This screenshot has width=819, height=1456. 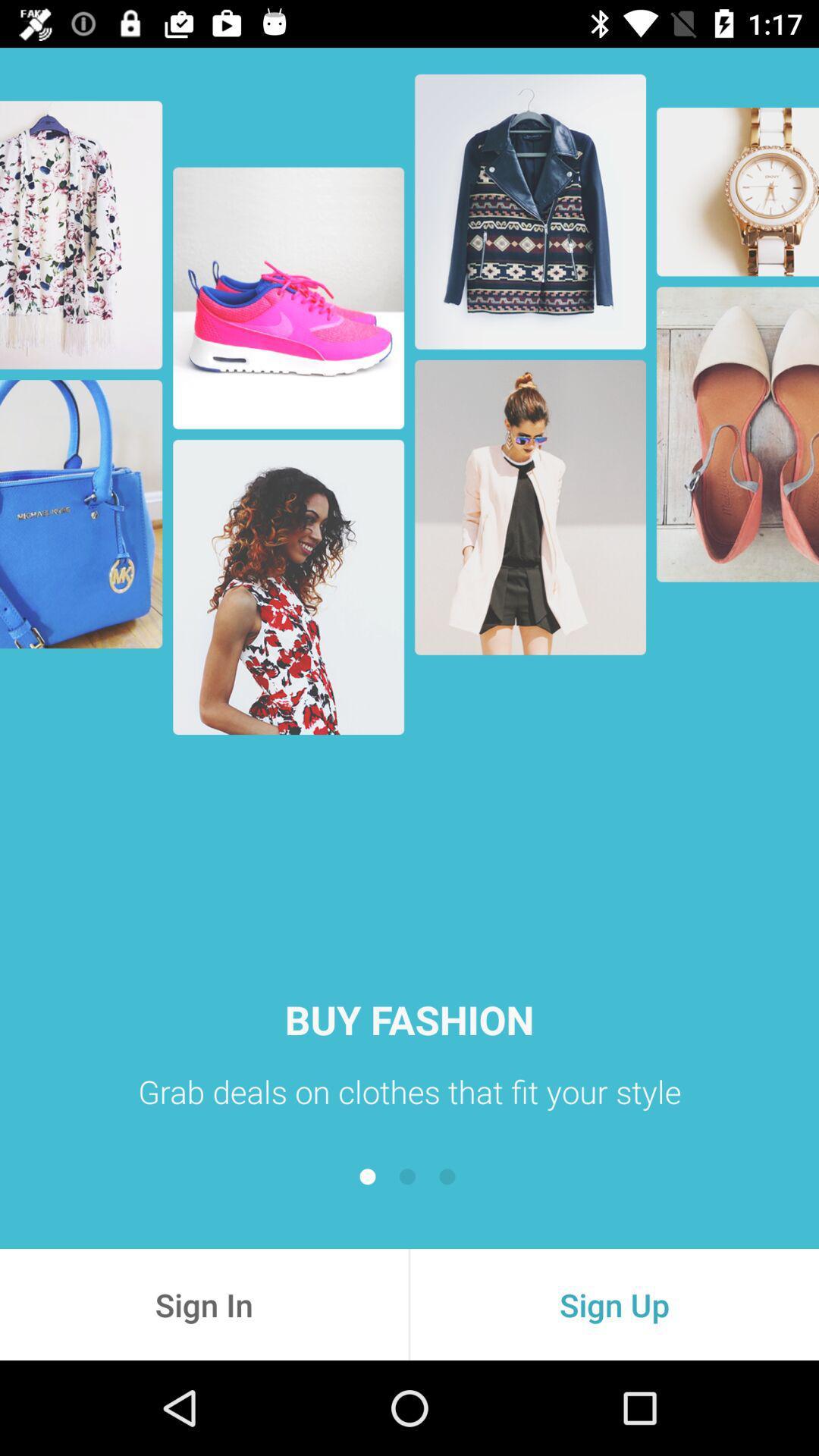 What do you see at coordinates (203, 1304) in the screenshot?
I see `the item at the bottom left corner` at bounding box center [203, 1304].